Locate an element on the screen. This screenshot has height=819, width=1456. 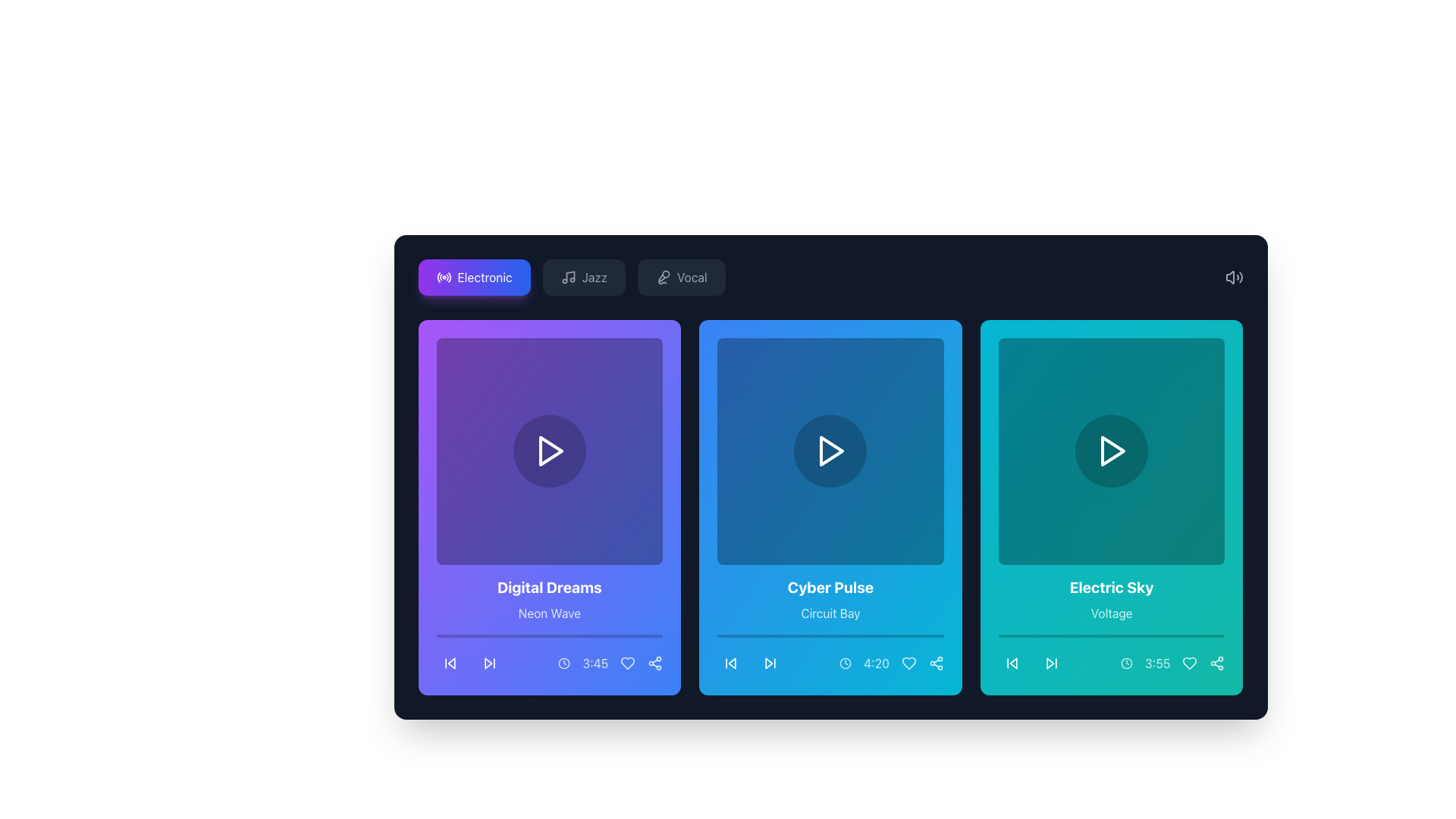
the circular button with a dark, semi-transparent background and a white play symbol in the center, located within the first card of a horizontal sequence is located at coordinates (548, 450).